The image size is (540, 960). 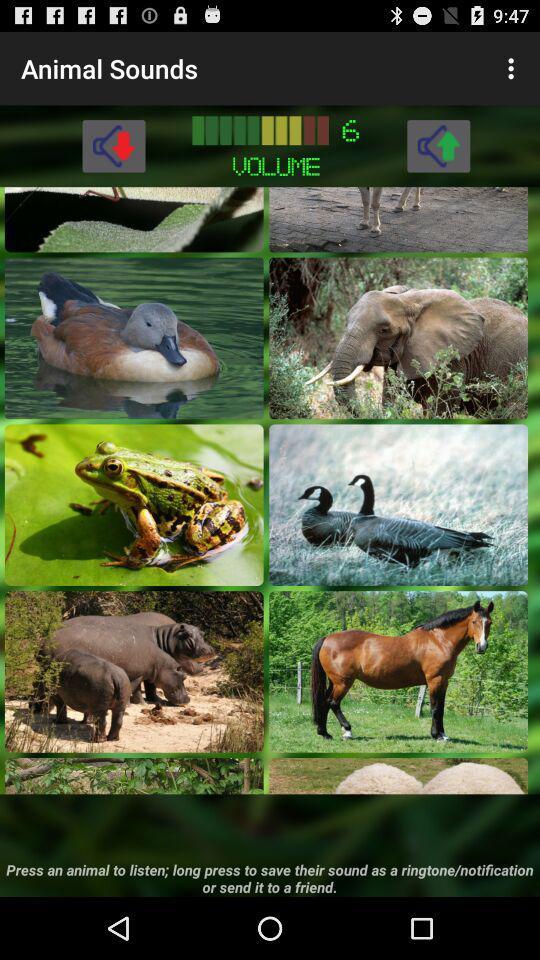 I want to click on click horse icon, so click(x=398, y=671).